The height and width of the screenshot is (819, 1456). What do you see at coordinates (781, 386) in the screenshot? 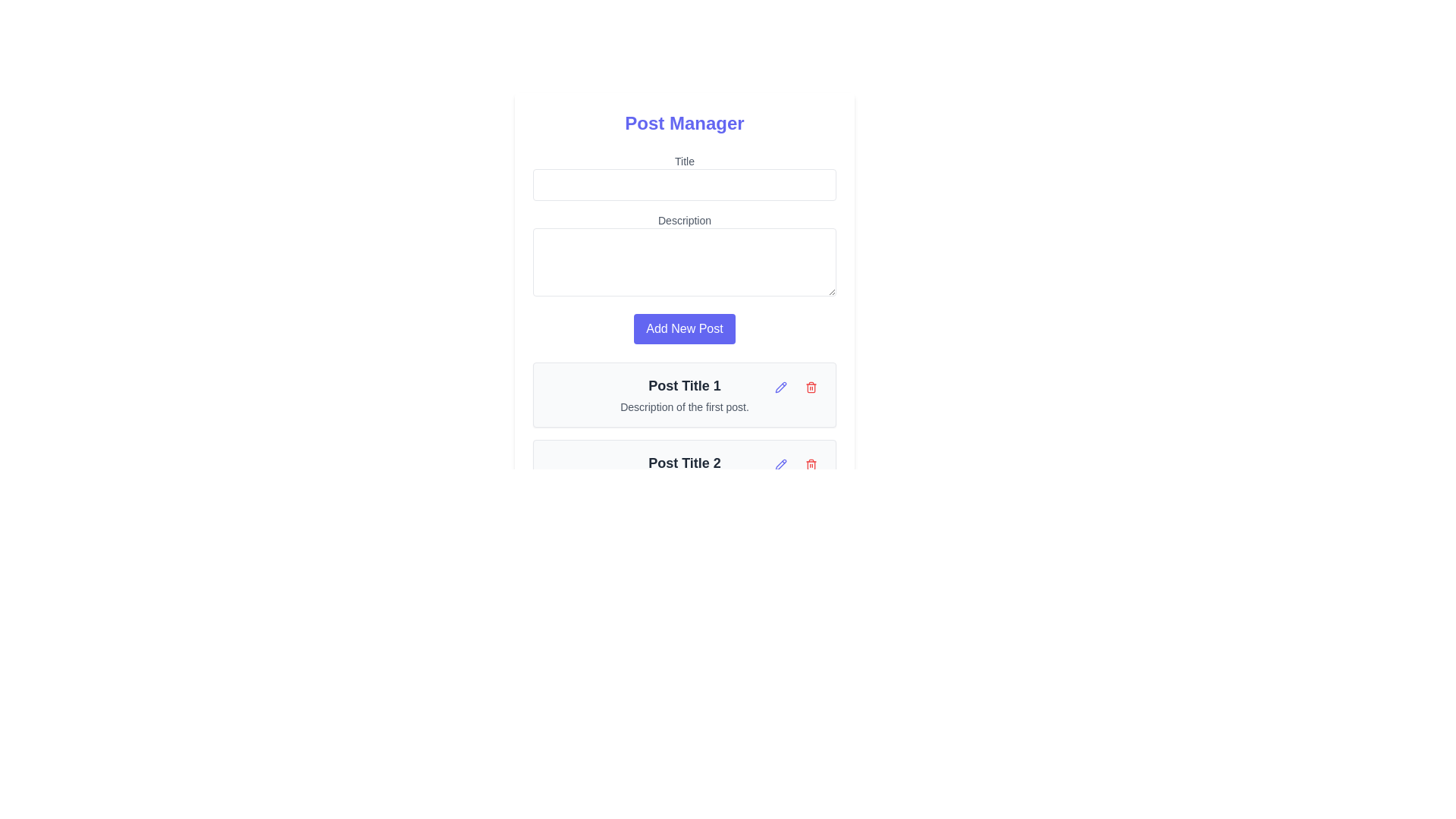
I see `the edit button located in the top-right corner of the first post to initiate editing` at bounding box center [781, 386].